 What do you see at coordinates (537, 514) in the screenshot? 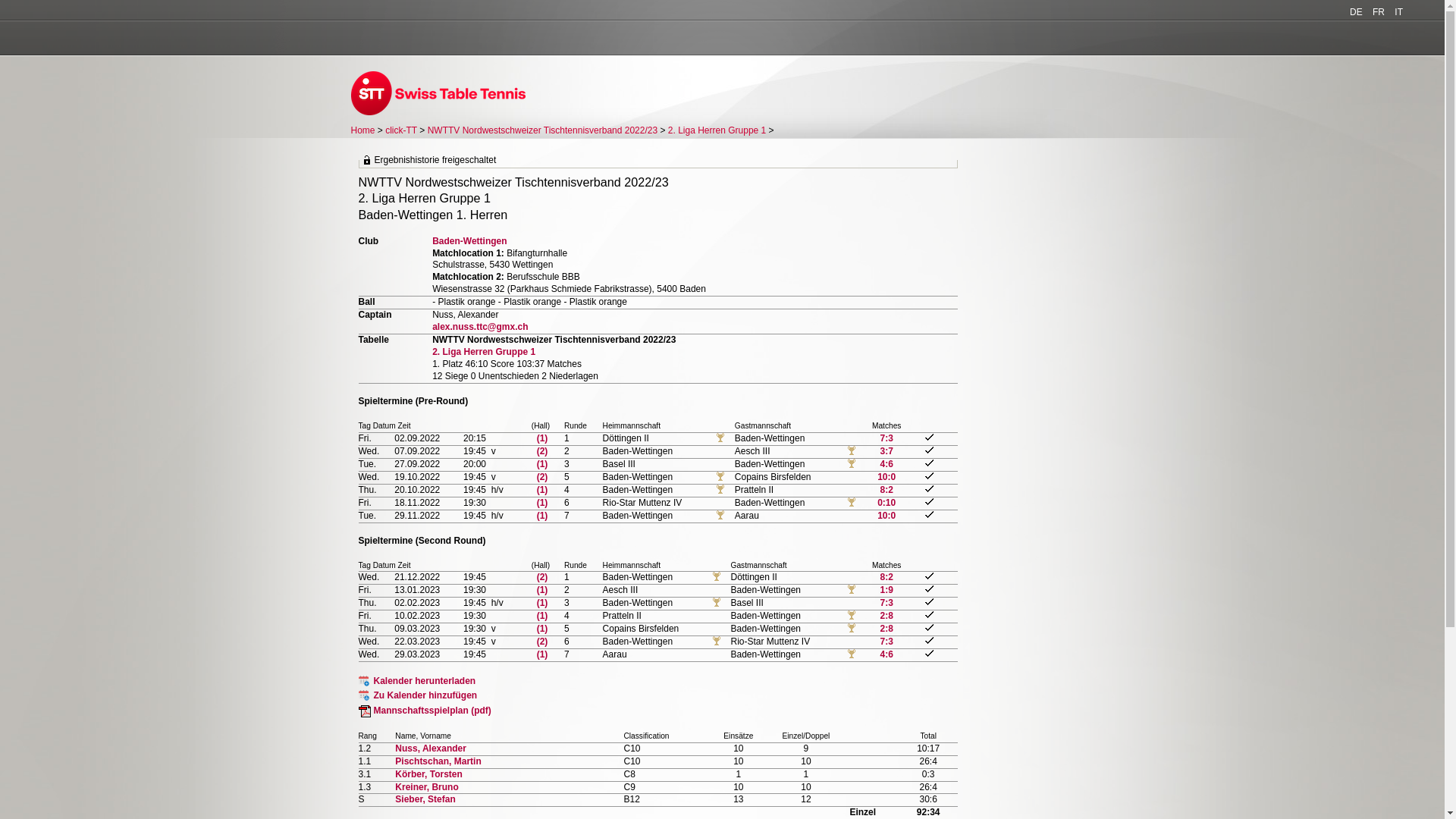
I see `'(1)'` at bounding box center [537, 514].